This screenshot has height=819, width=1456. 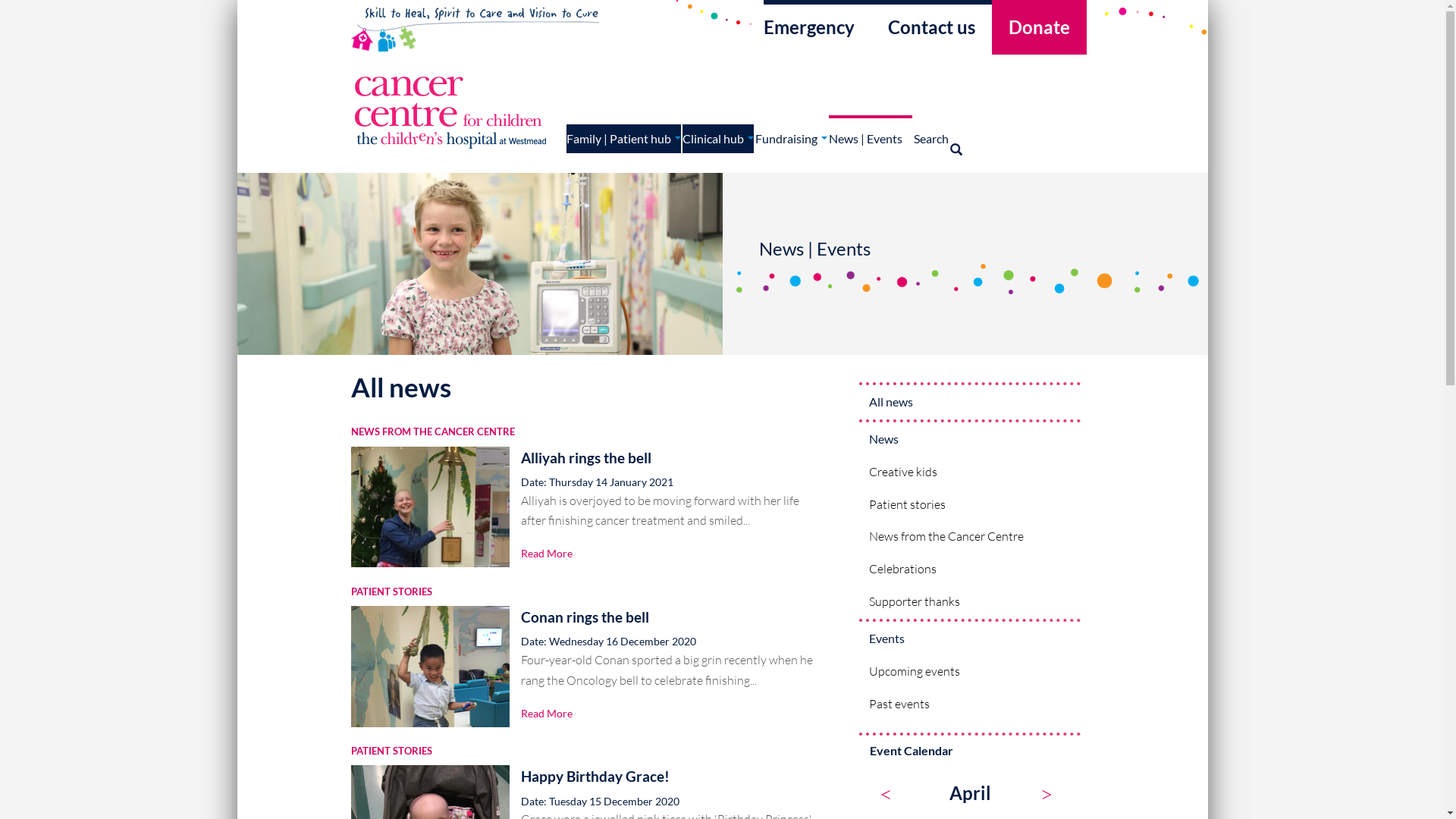 What do you see at coordinates (969, 504) in the screenshot?
I see `'Patient stories'` at bounding box center [969, 504].